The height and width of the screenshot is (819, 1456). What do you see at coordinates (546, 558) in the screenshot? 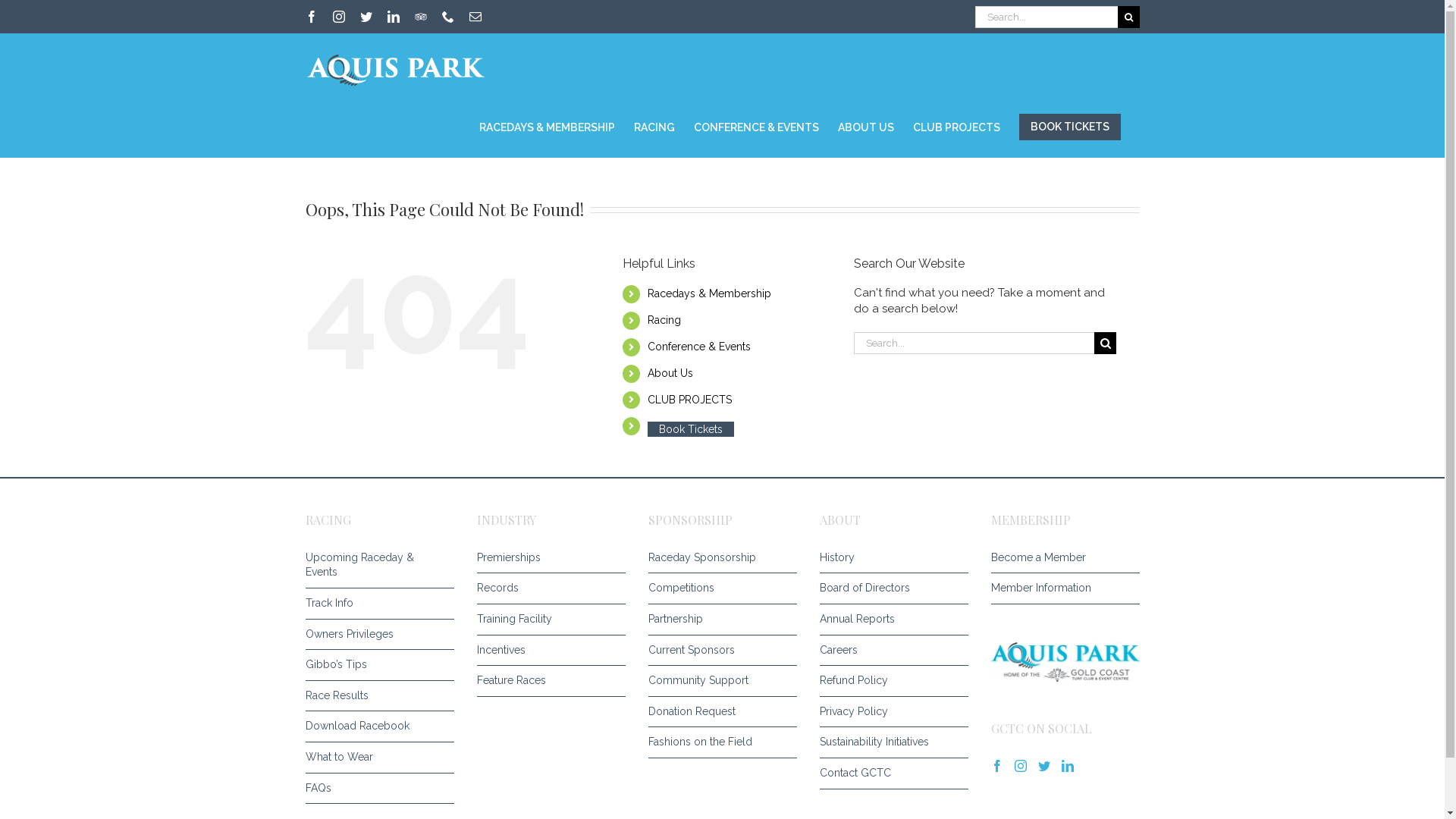
I see `'Premierships'` at bounding box center [546, 558].